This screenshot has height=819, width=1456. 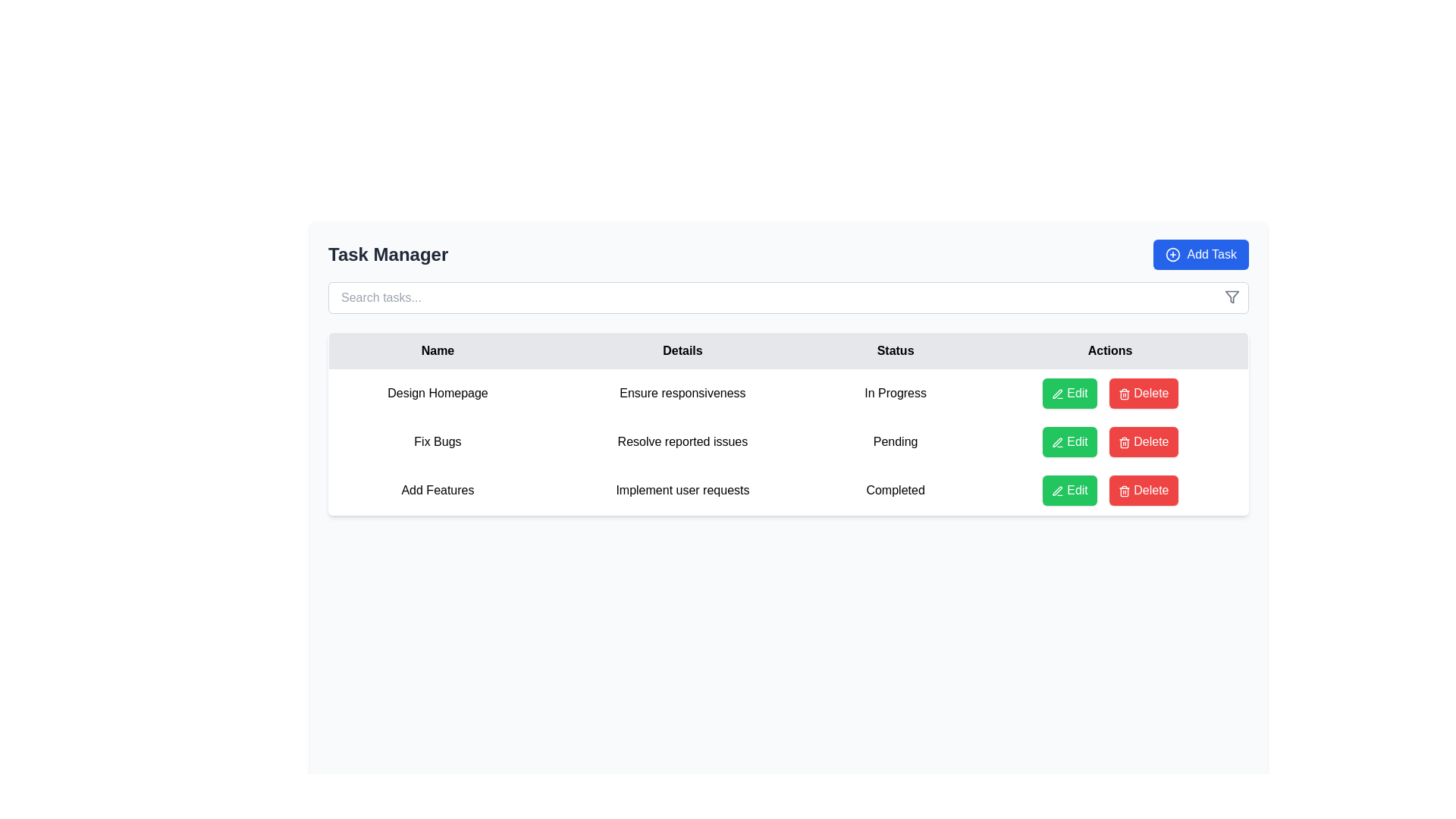 I want to click on the trash bin icon, which is a cylindrical shaped icon with a top lid in red color, located in the first row of the 'Actions' column, to the right of the 'Delete' button, so click(x=1124, y=491).